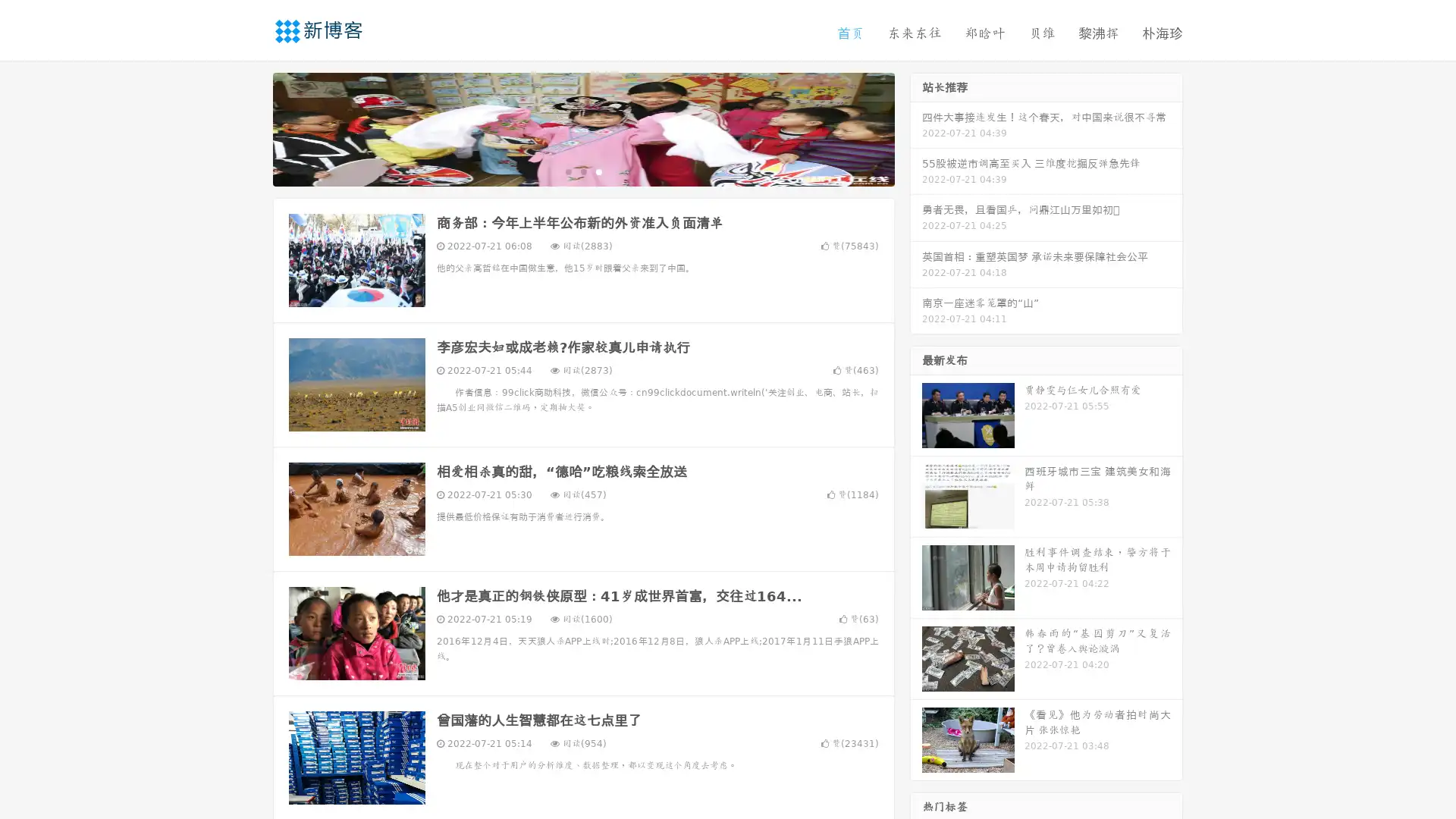  Describe the element at coordinates (598, 171) in the screenshot. I see `Go to slide 3` at that location.